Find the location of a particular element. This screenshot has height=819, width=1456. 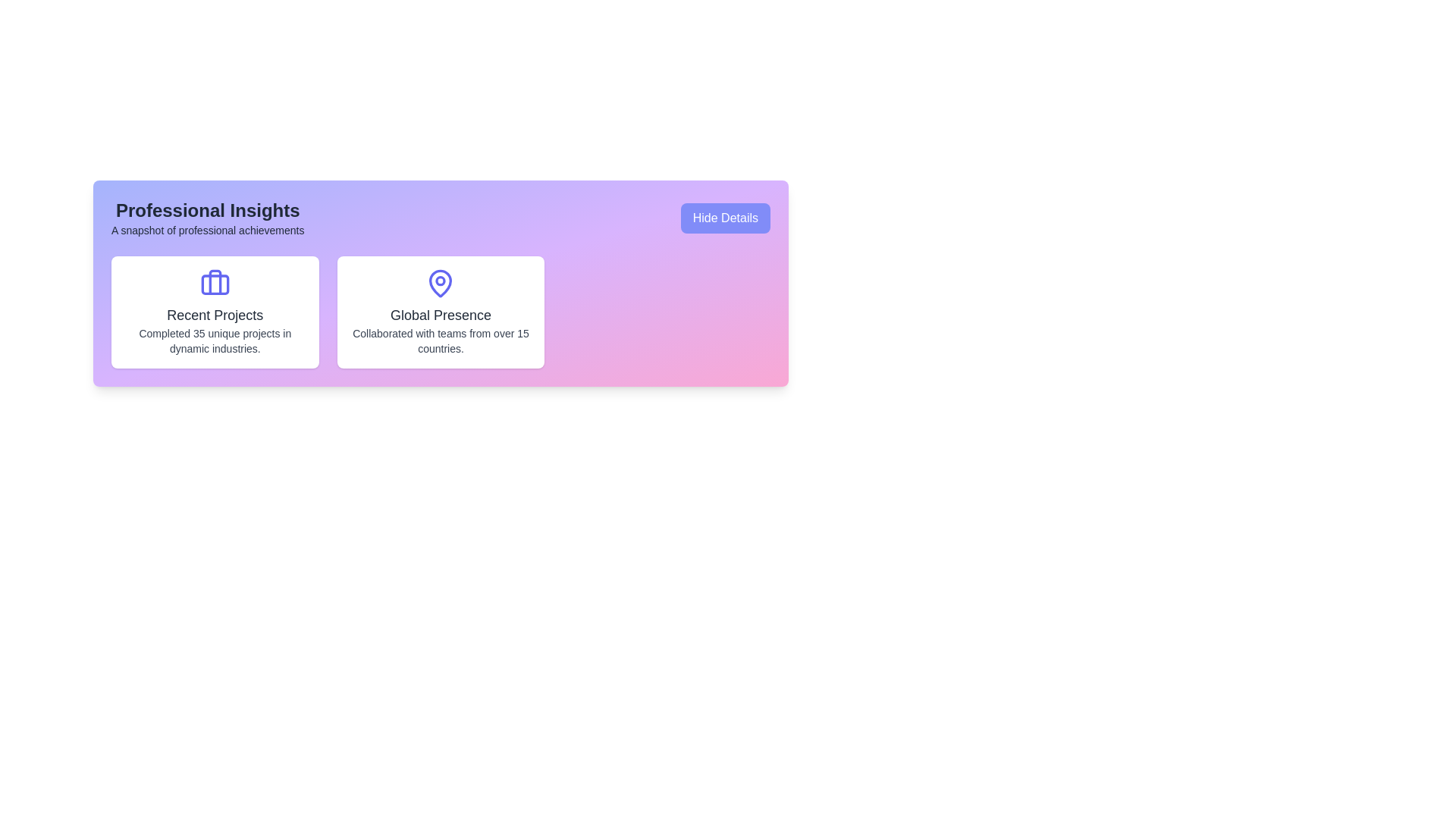

the 'Hide Details' button, which is a rectangular button with rounded corners, blue background, and white text, located in the top-right corner of the 'Professional Insights' section is located at coordinates (724, 218).